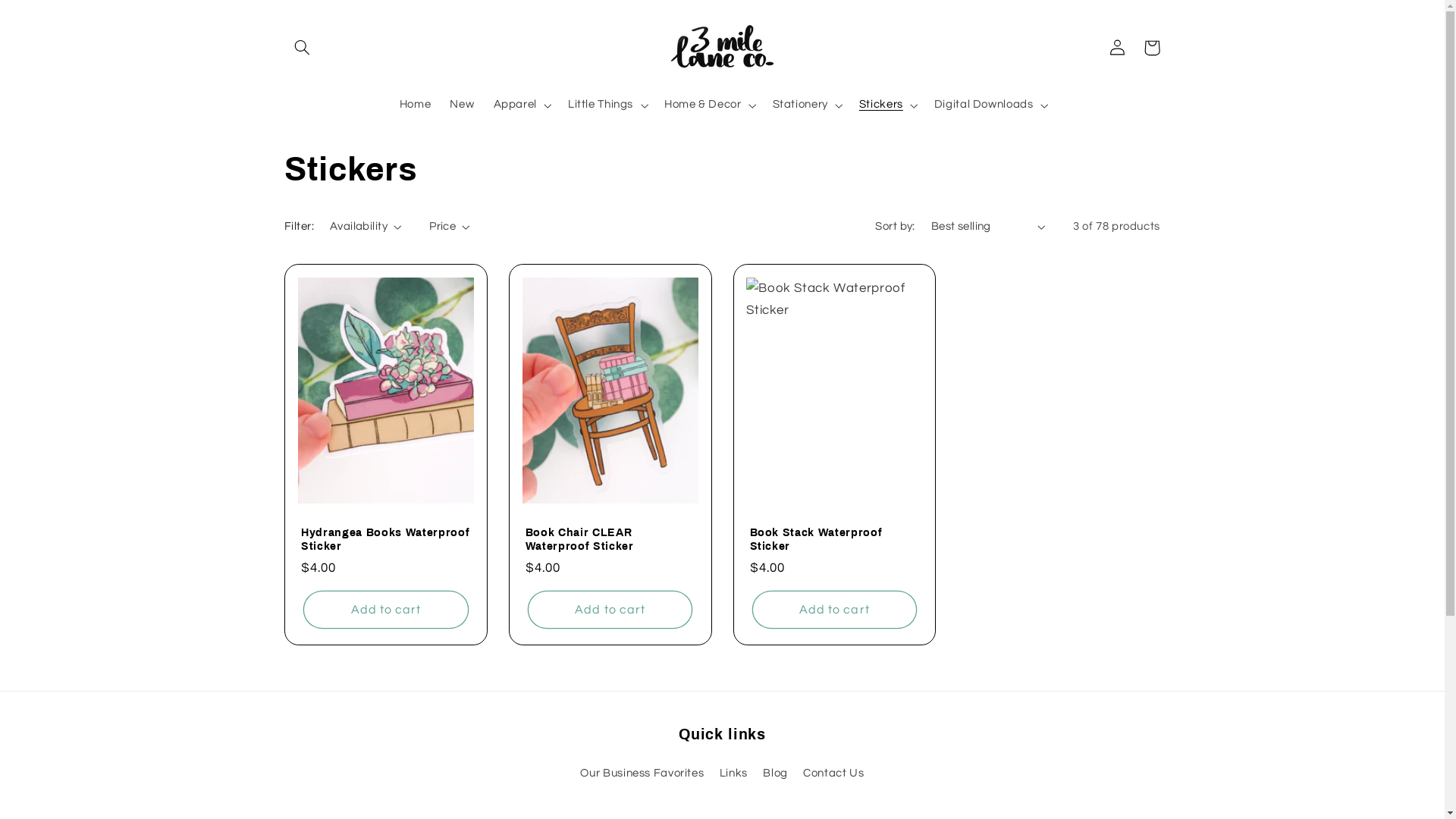  I want to click on 'Home', so click(389, 104).